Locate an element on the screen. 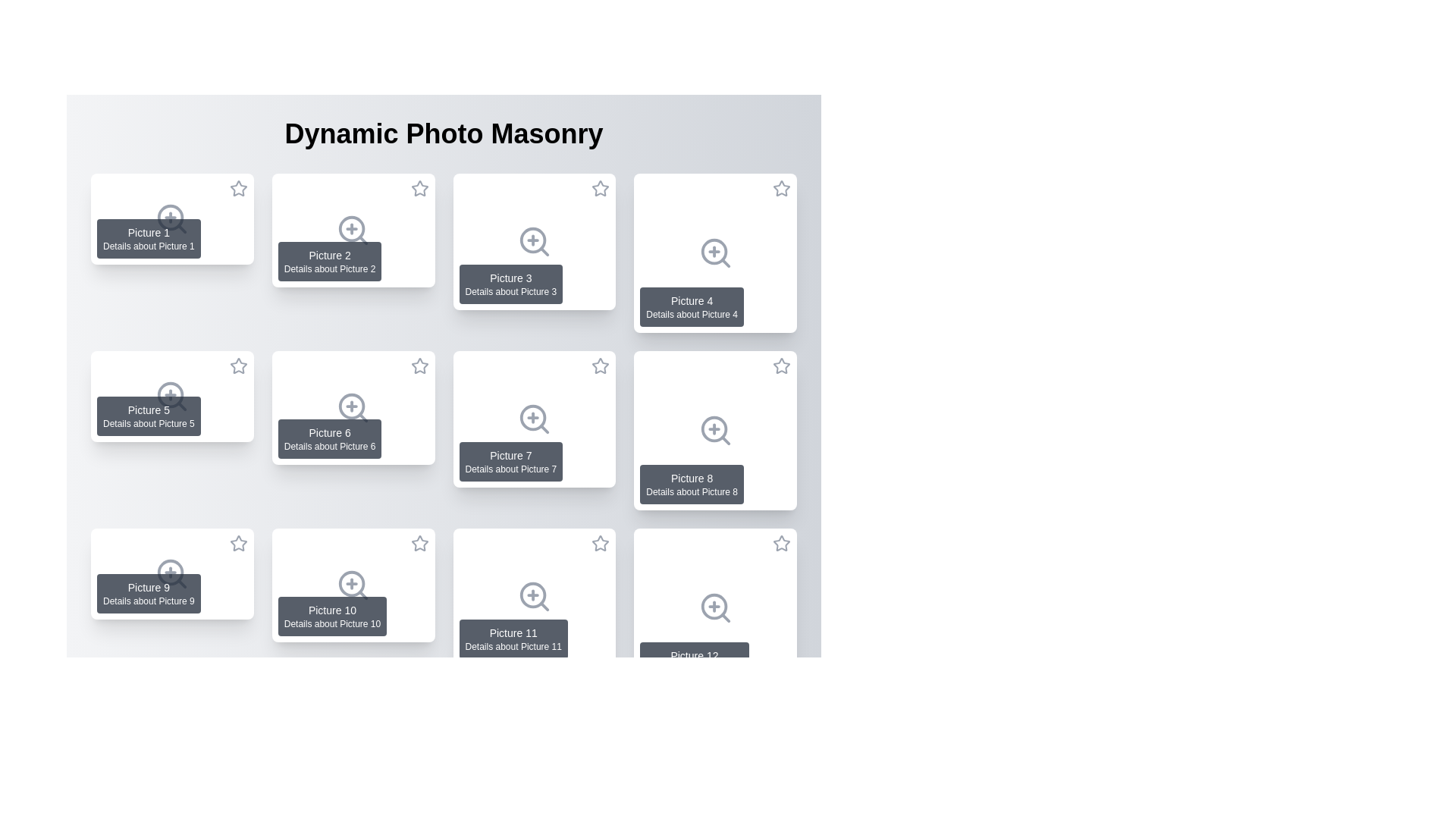  the star-shaped icon button located in the top-right corner of the 'Picture 1' card, which has a gray outline and is part of the card's repeated layout is located at coordinates (237, 188).